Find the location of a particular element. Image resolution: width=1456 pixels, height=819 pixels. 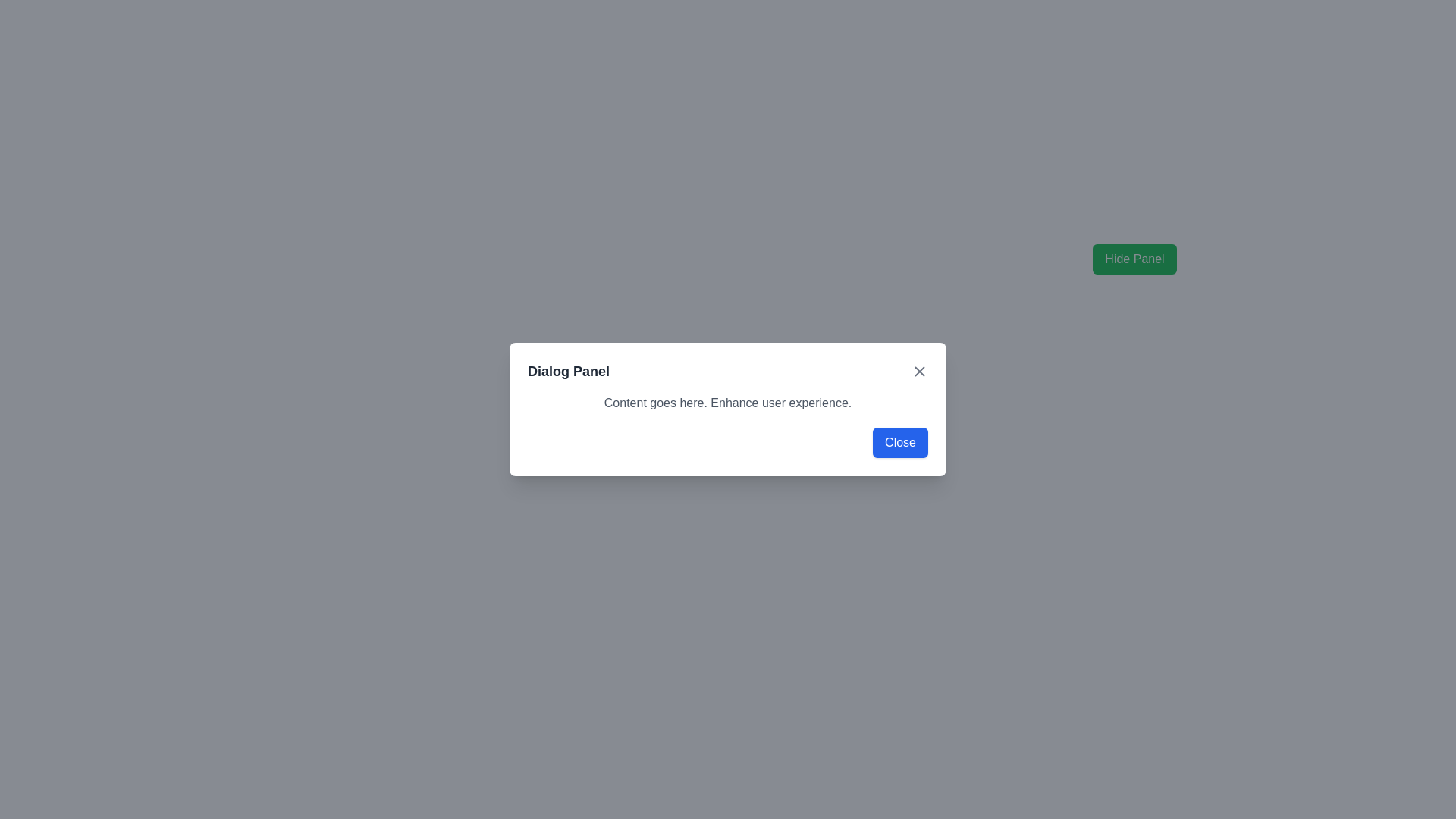

the small 'X' icon in the top-right corner of the dialog panel is located at coordinates (919, 371).